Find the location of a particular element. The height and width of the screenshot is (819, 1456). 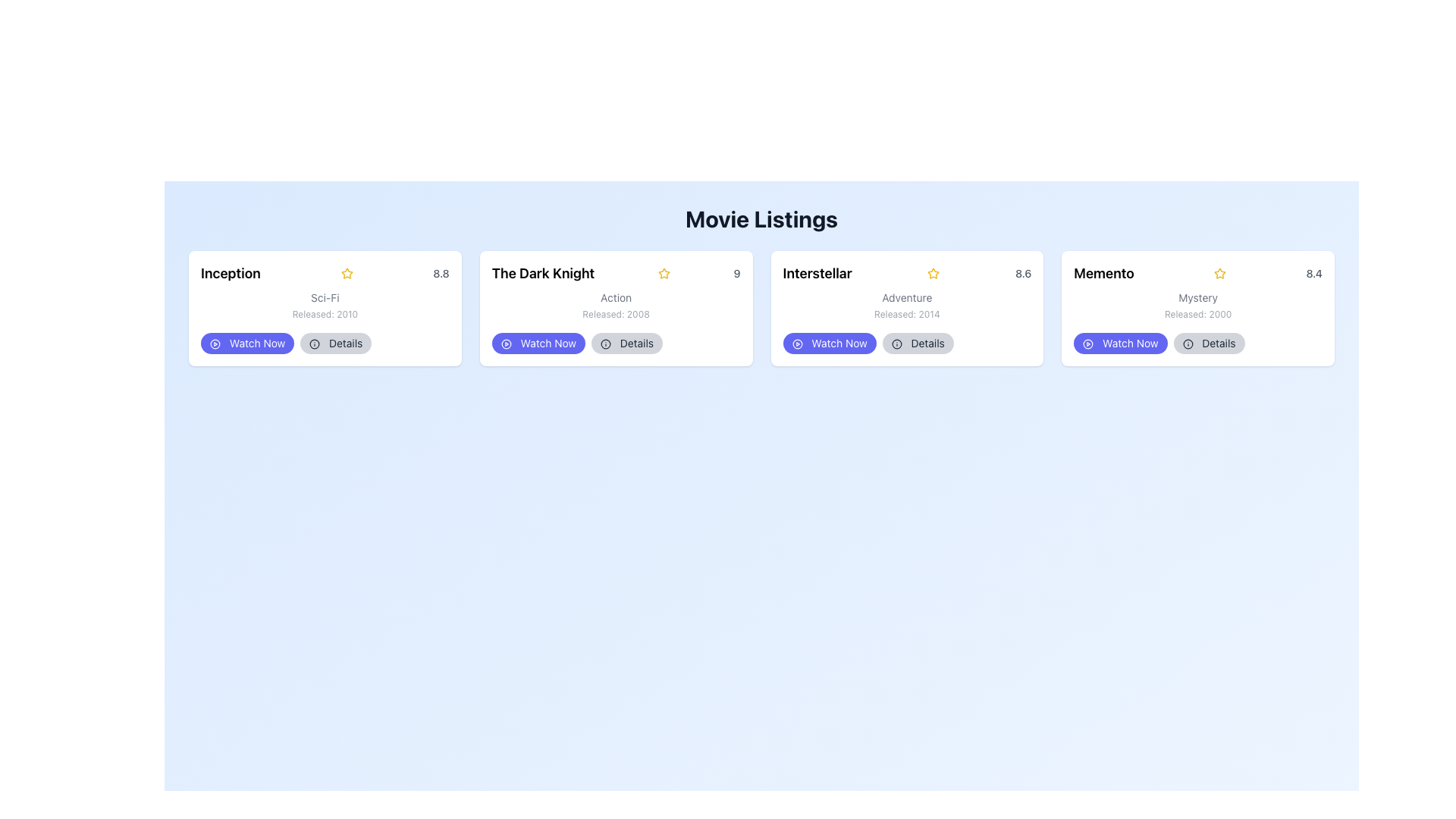

the informational text label that provides the release year of the movie 'Memento', located below the genre label 'Mystery' and above the 'Watch Now' button is located at coordinates (1197, 314).